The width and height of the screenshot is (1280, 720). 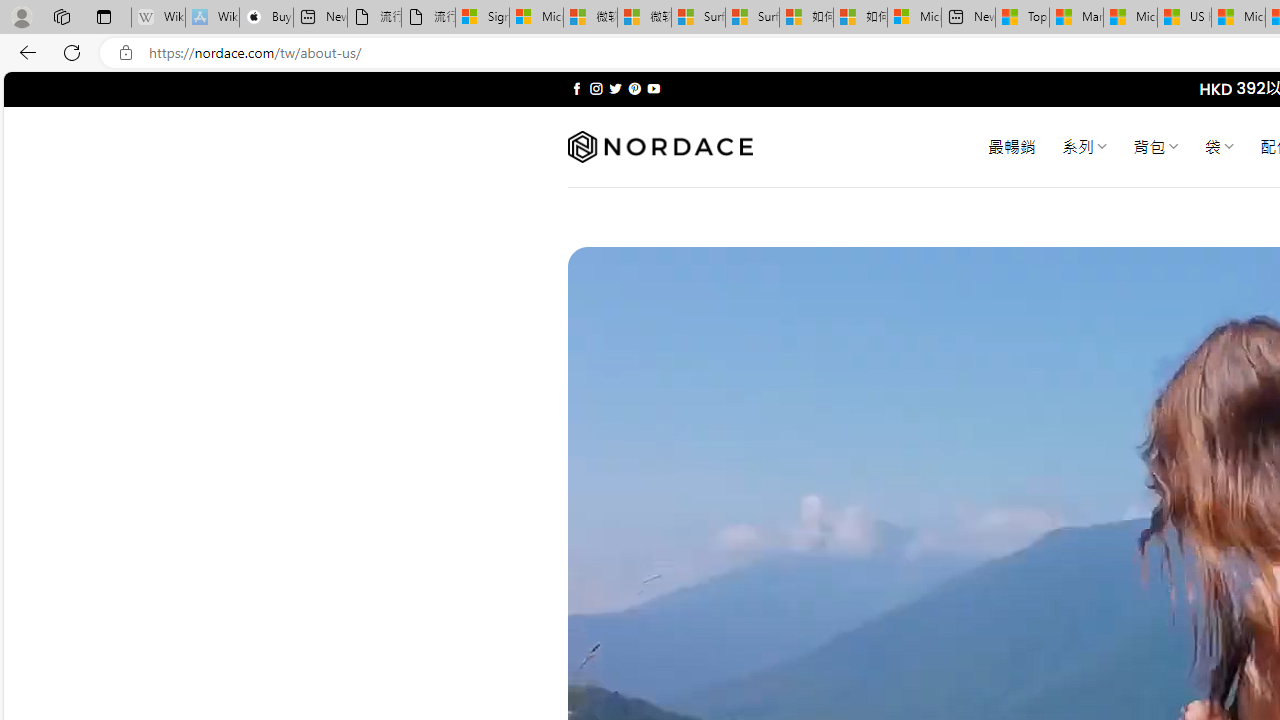 What do you see at coordinates (614, 88) in the screenshot?
I see `'Follow on Twitter'` at bounding box center [614, 88].